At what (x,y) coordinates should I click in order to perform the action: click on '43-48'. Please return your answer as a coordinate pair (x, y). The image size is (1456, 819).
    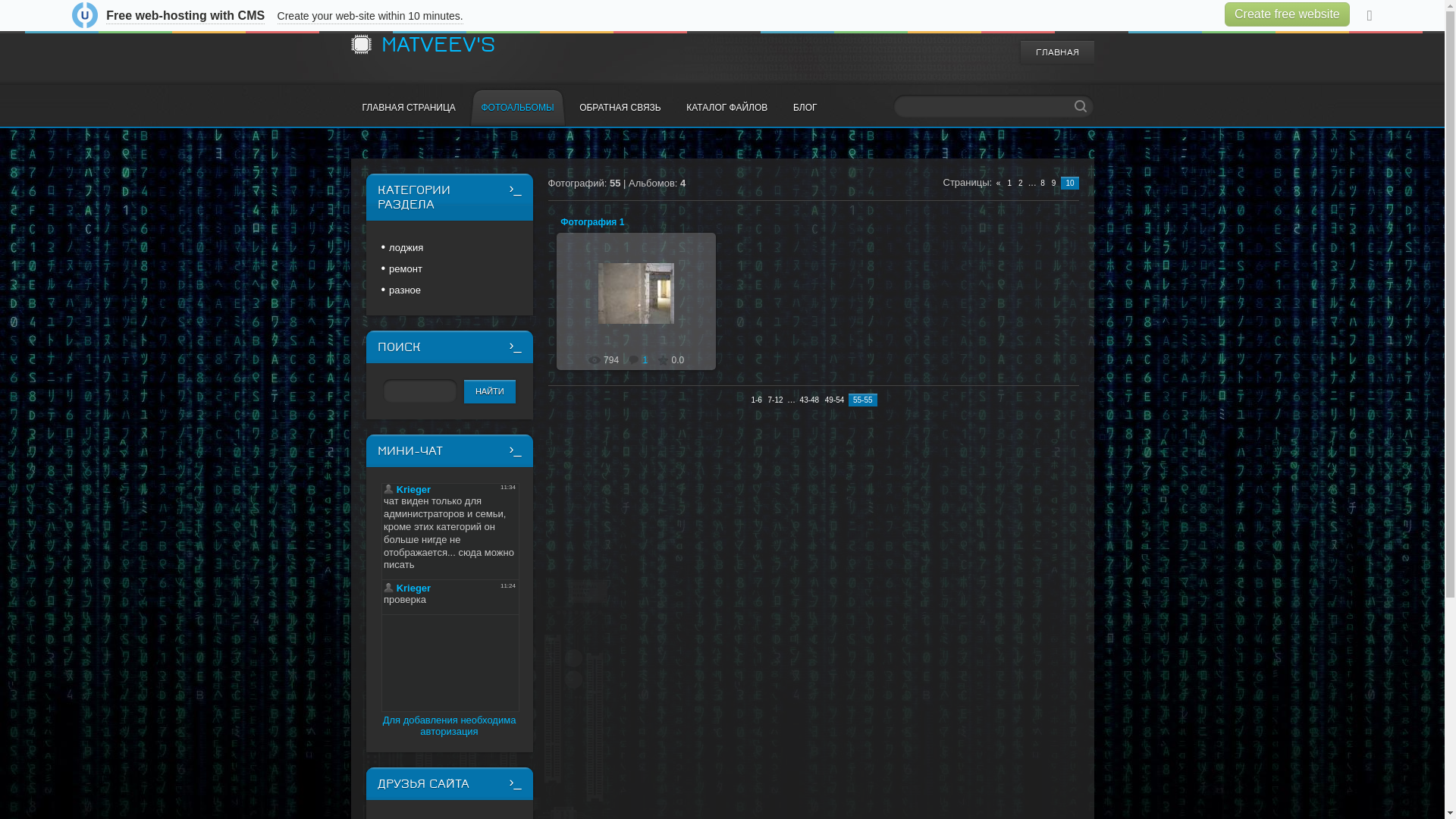
    Looking at the image, I should click on (809, 399).